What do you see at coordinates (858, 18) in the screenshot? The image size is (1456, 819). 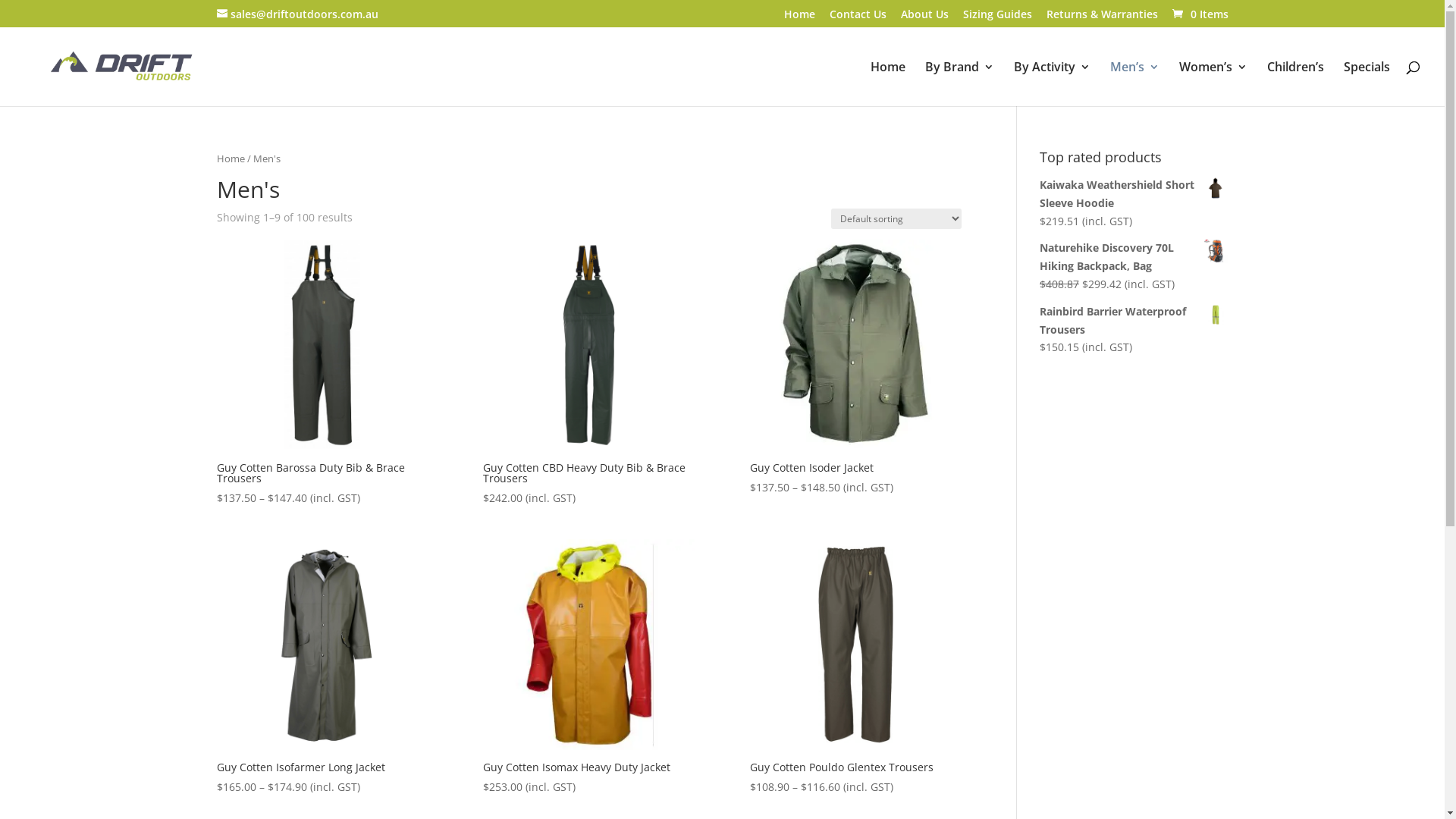 I see `'Contact Us'` at bounding box center [858, 18].